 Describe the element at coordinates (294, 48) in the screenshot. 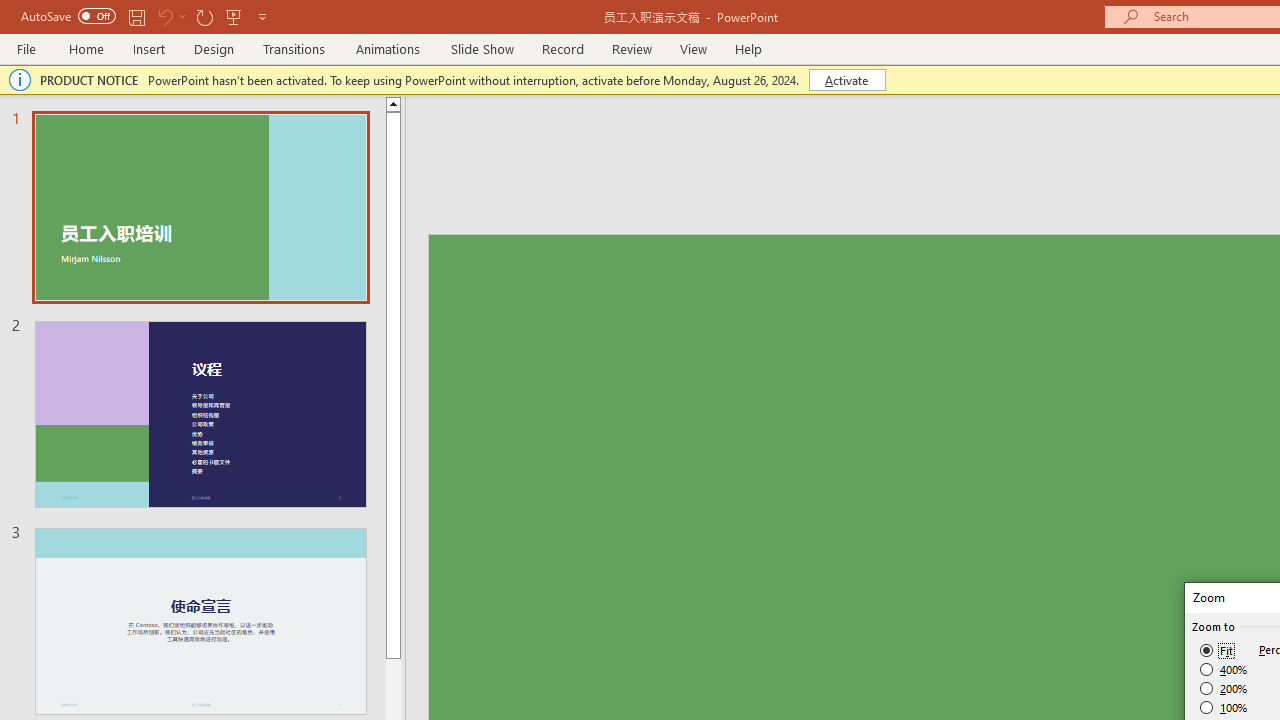

I see `'Transitions'` at that location.